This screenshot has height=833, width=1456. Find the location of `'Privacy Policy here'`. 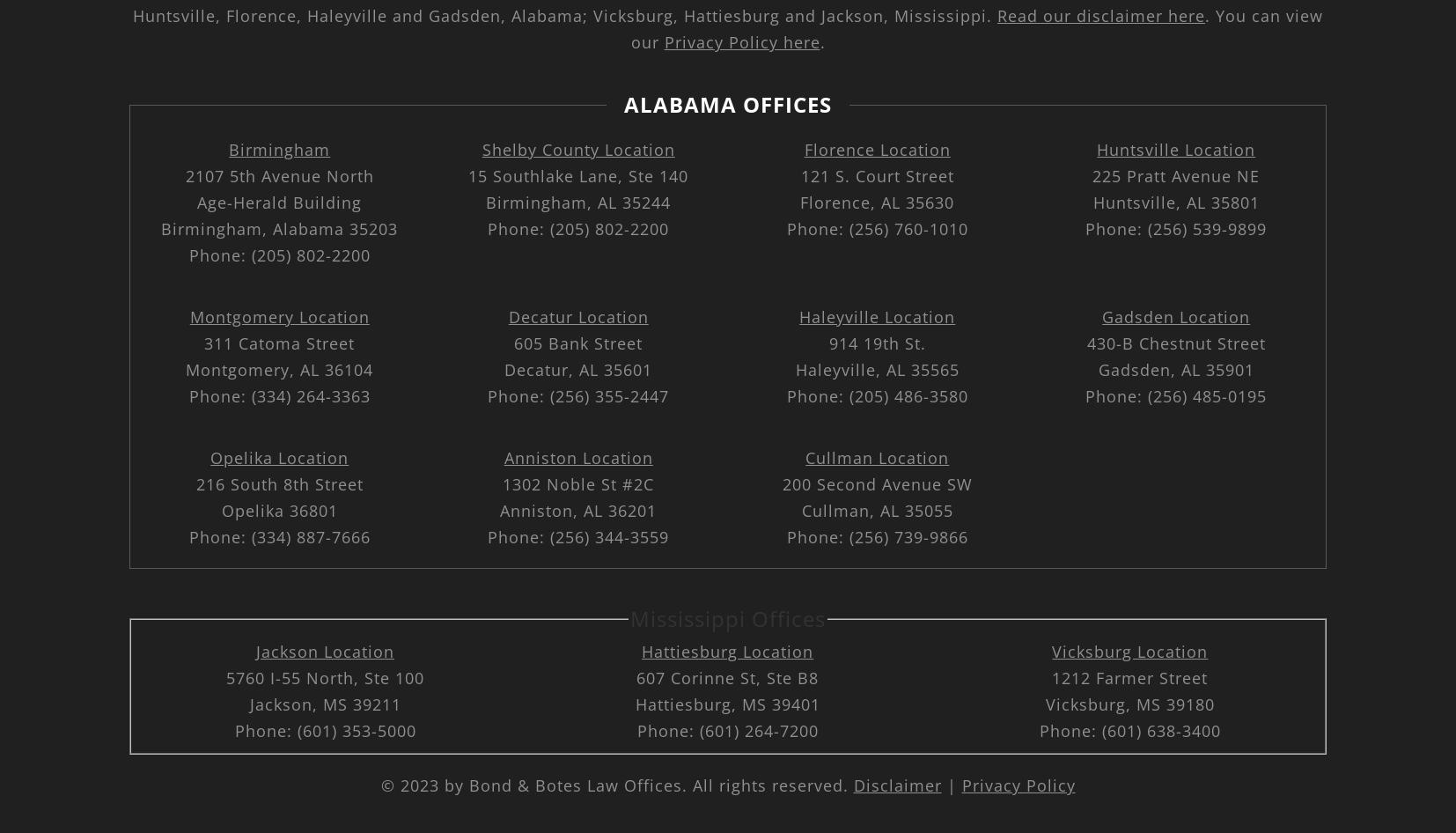

'Privacy Policy here' is located at coordinates (664, 41).